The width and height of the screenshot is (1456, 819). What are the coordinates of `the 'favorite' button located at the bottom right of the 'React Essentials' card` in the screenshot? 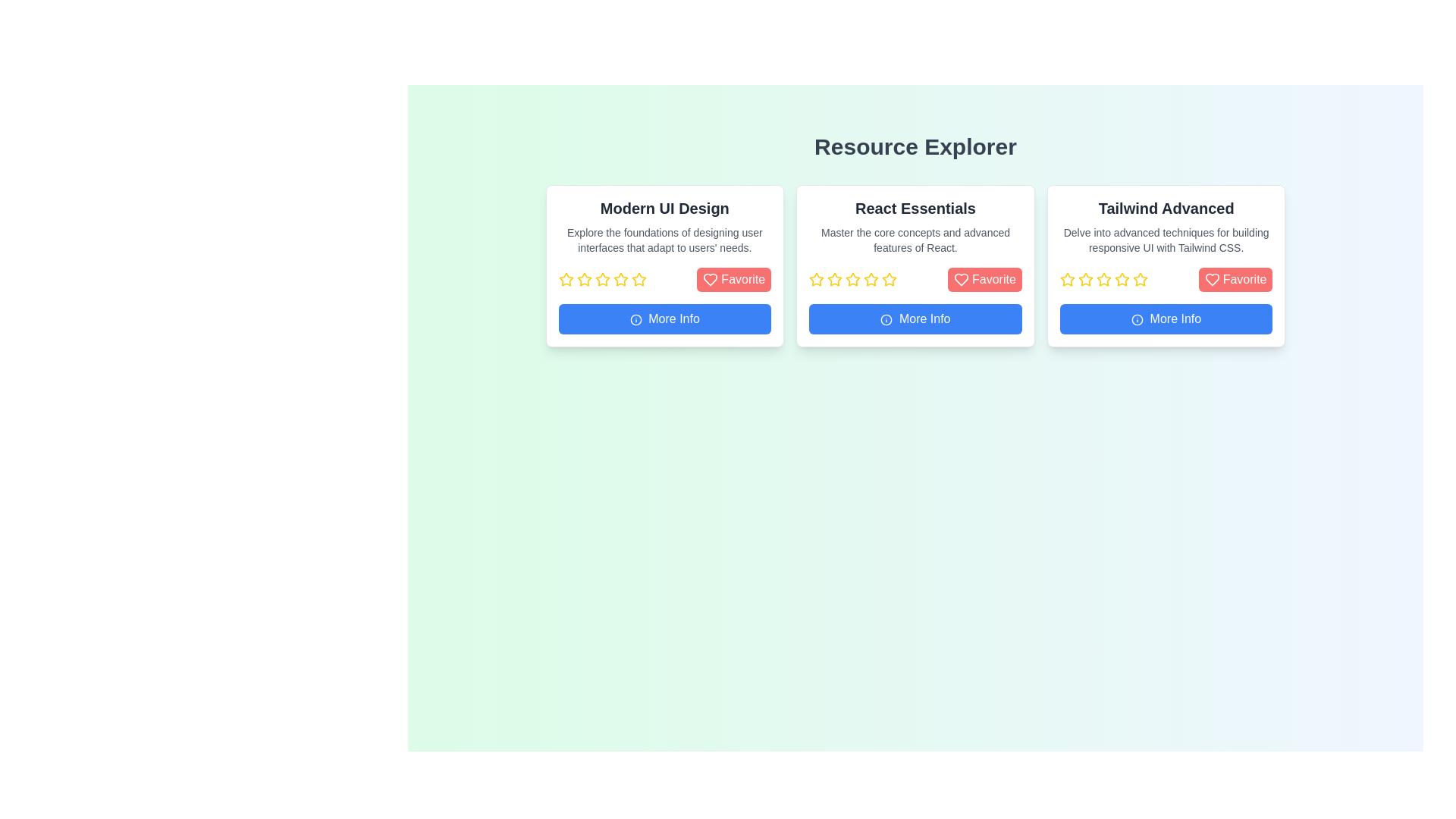 It's located at (984, 280).